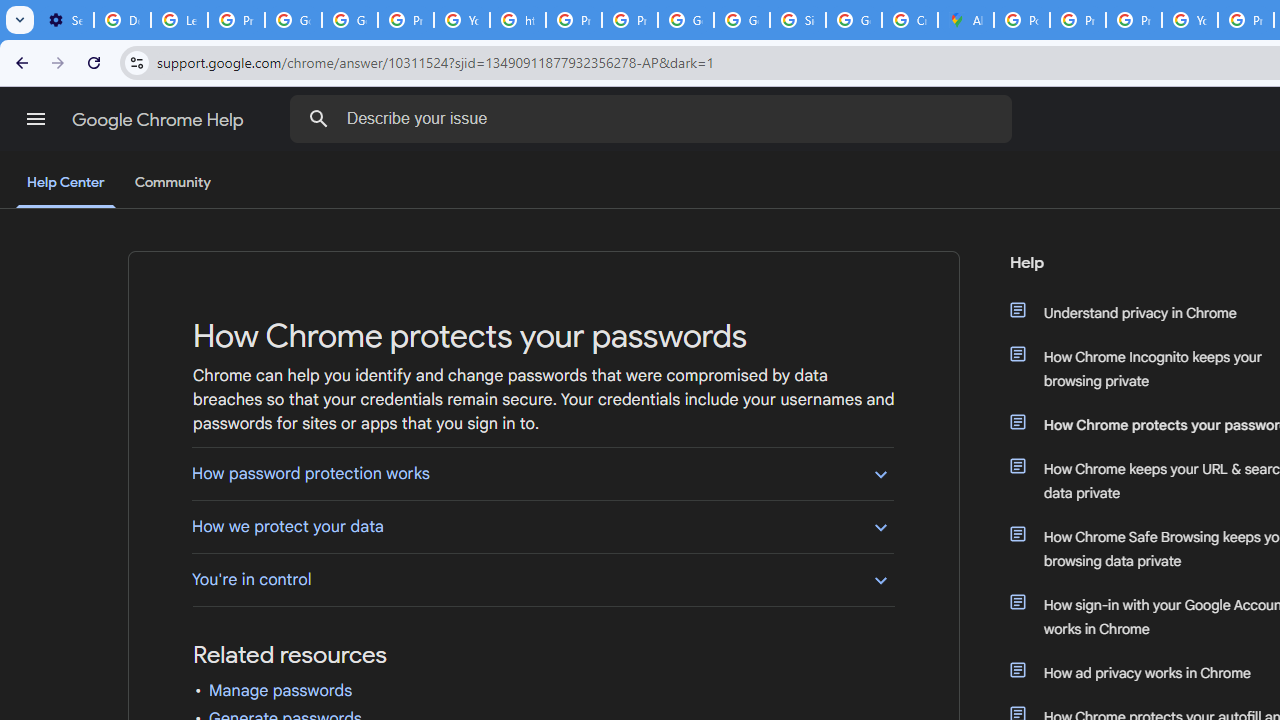 The image size is (1280, 720). I want to click on 'Community', so click(172, 183).